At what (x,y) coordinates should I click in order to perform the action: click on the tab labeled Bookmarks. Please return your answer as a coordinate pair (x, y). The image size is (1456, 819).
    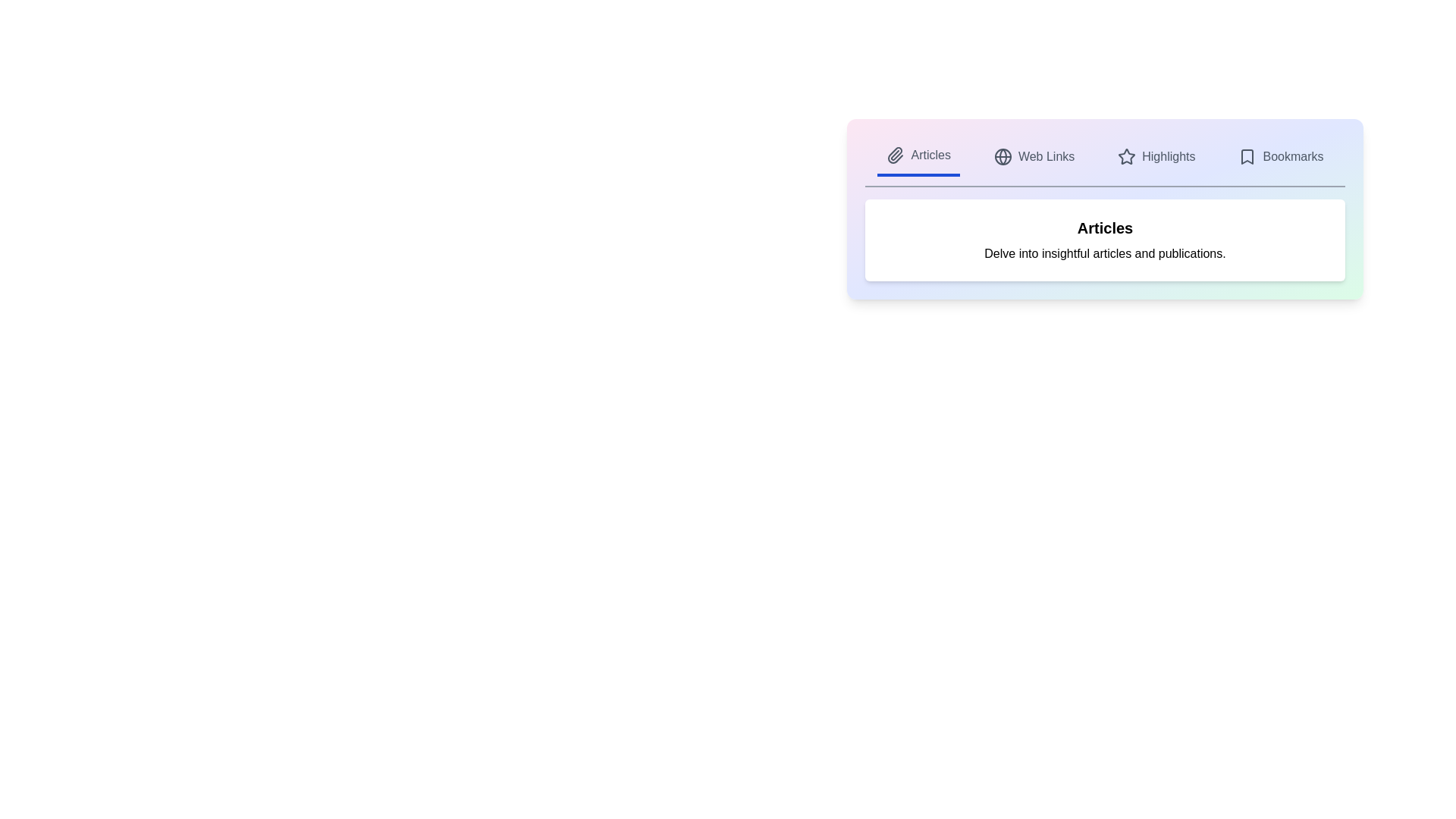
    Looking at the image, I should click on (1280, 157).